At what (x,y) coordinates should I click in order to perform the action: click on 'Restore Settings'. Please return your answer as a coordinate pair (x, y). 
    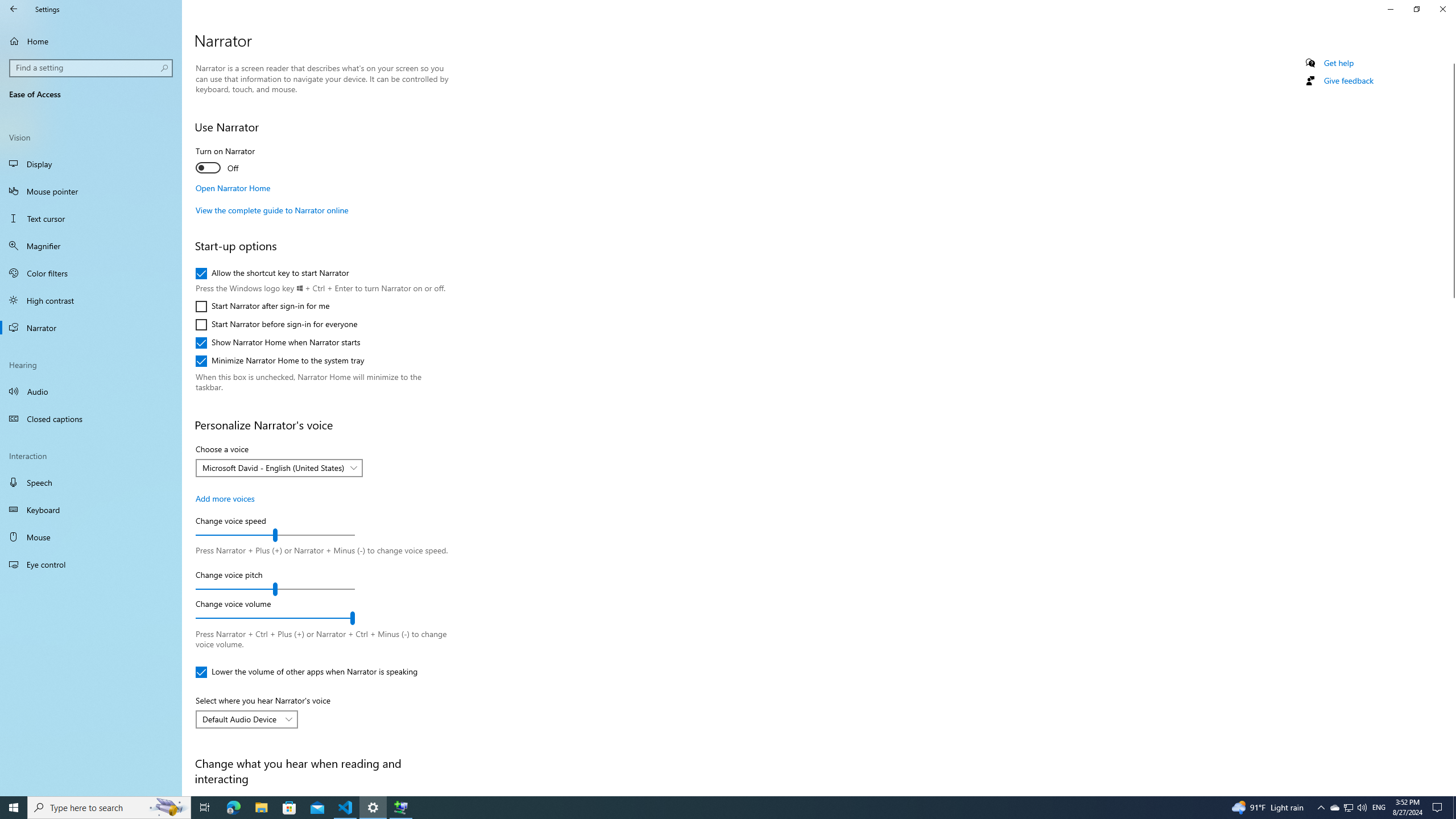
    Looking at the image, I should click on (1416, 9).